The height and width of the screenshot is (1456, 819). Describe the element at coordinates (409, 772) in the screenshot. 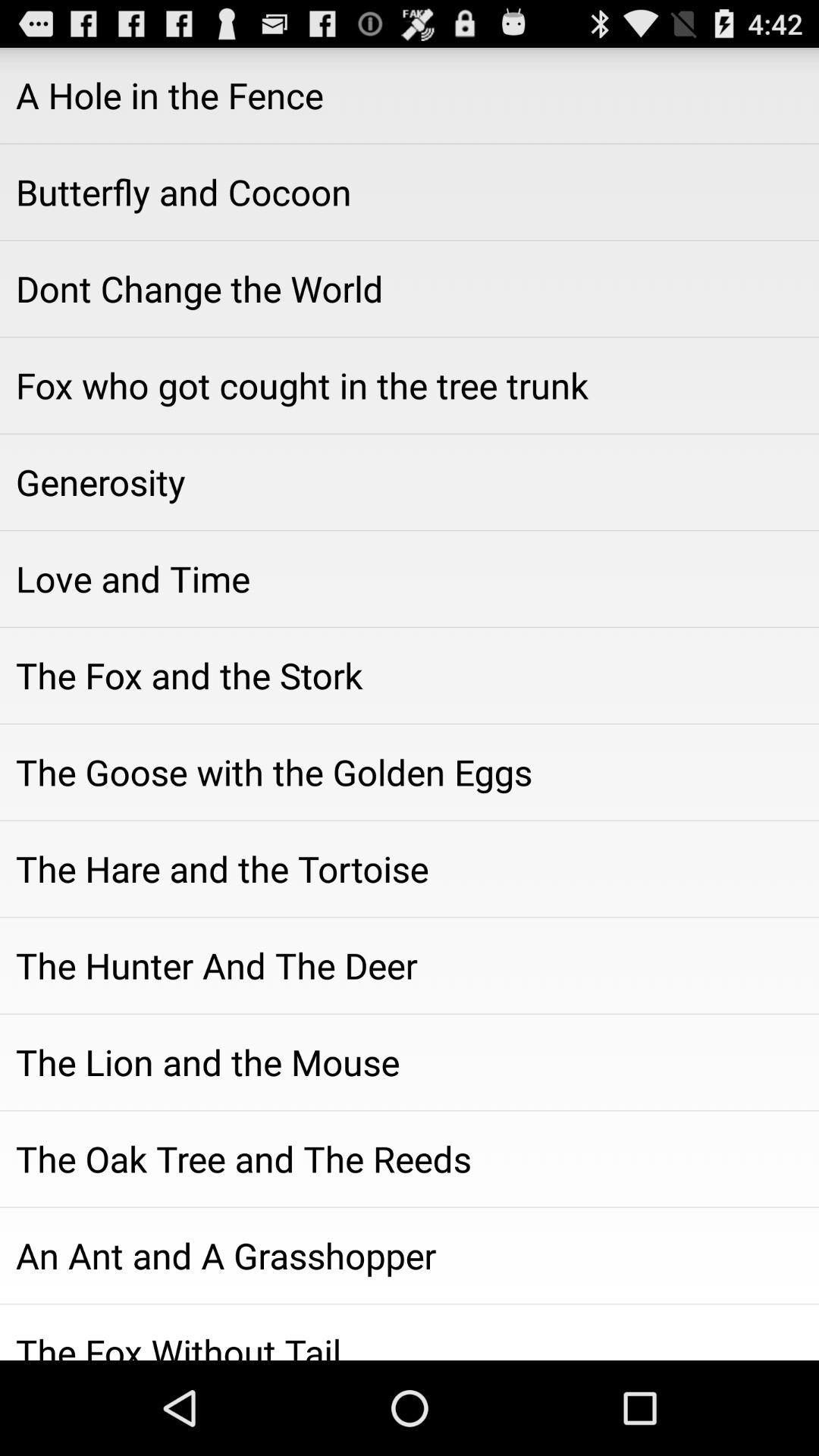

I see `the the goose with icon` at that location.